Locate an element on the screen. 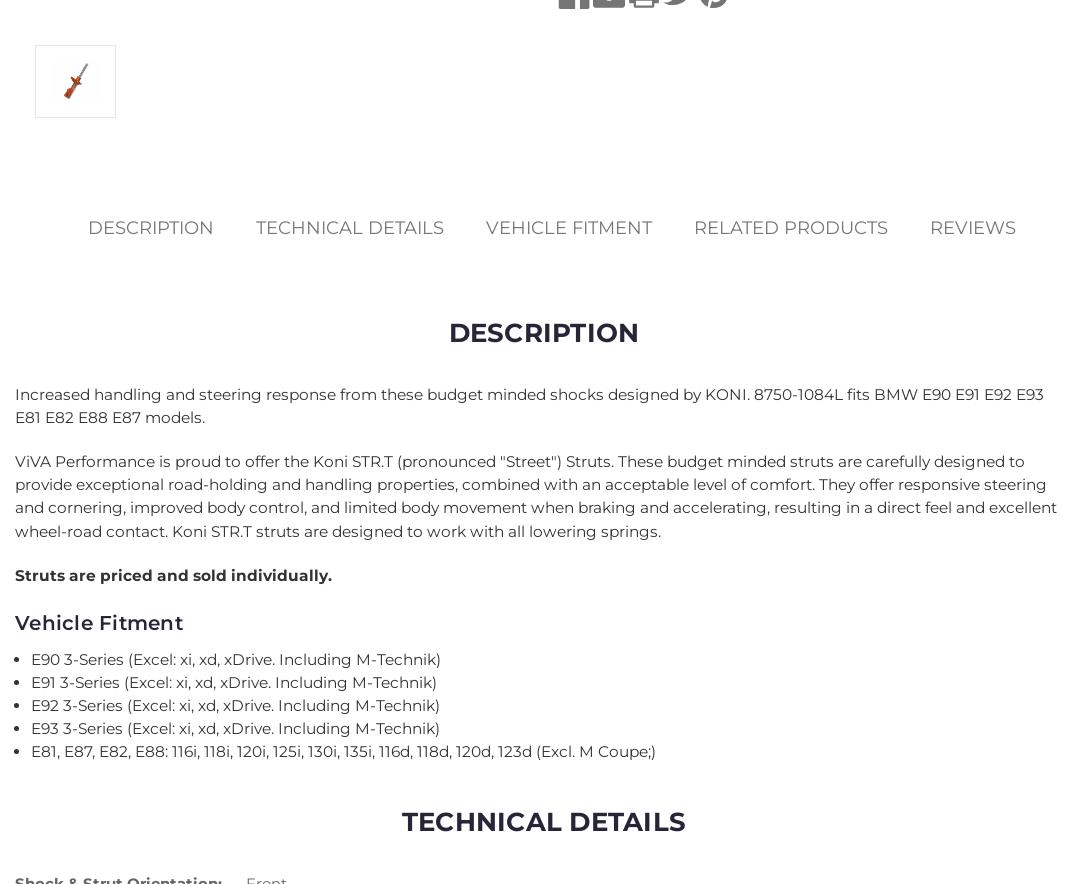 This screenshot has height=884, width=1088. 'E92 3-Series (Excel: xi, xd, xDrive. Including M-Technik)' is located at coordinates (234, 704).